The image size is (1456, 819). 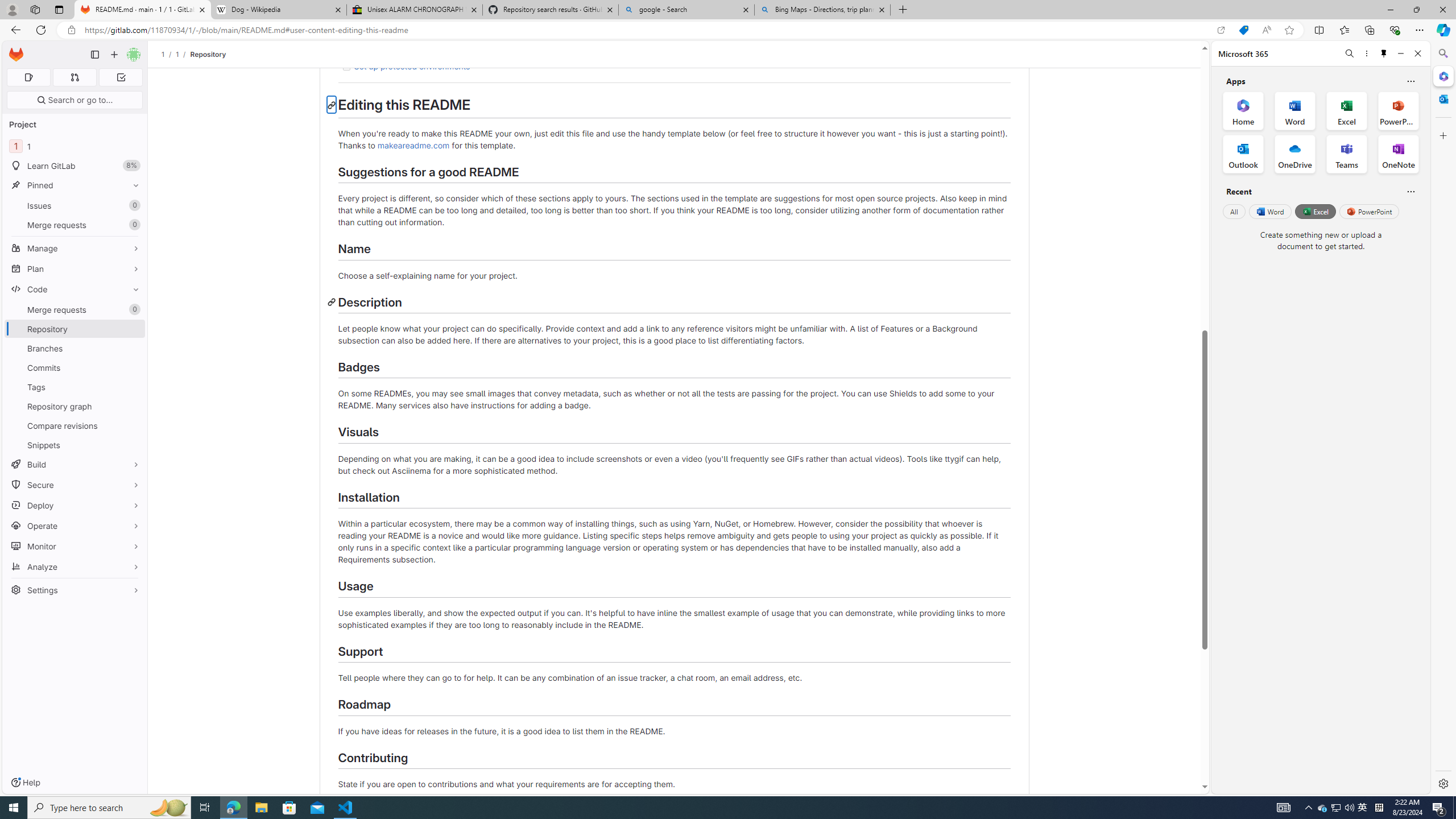 I want to click on 'Repository', so click(x=206, y=54).